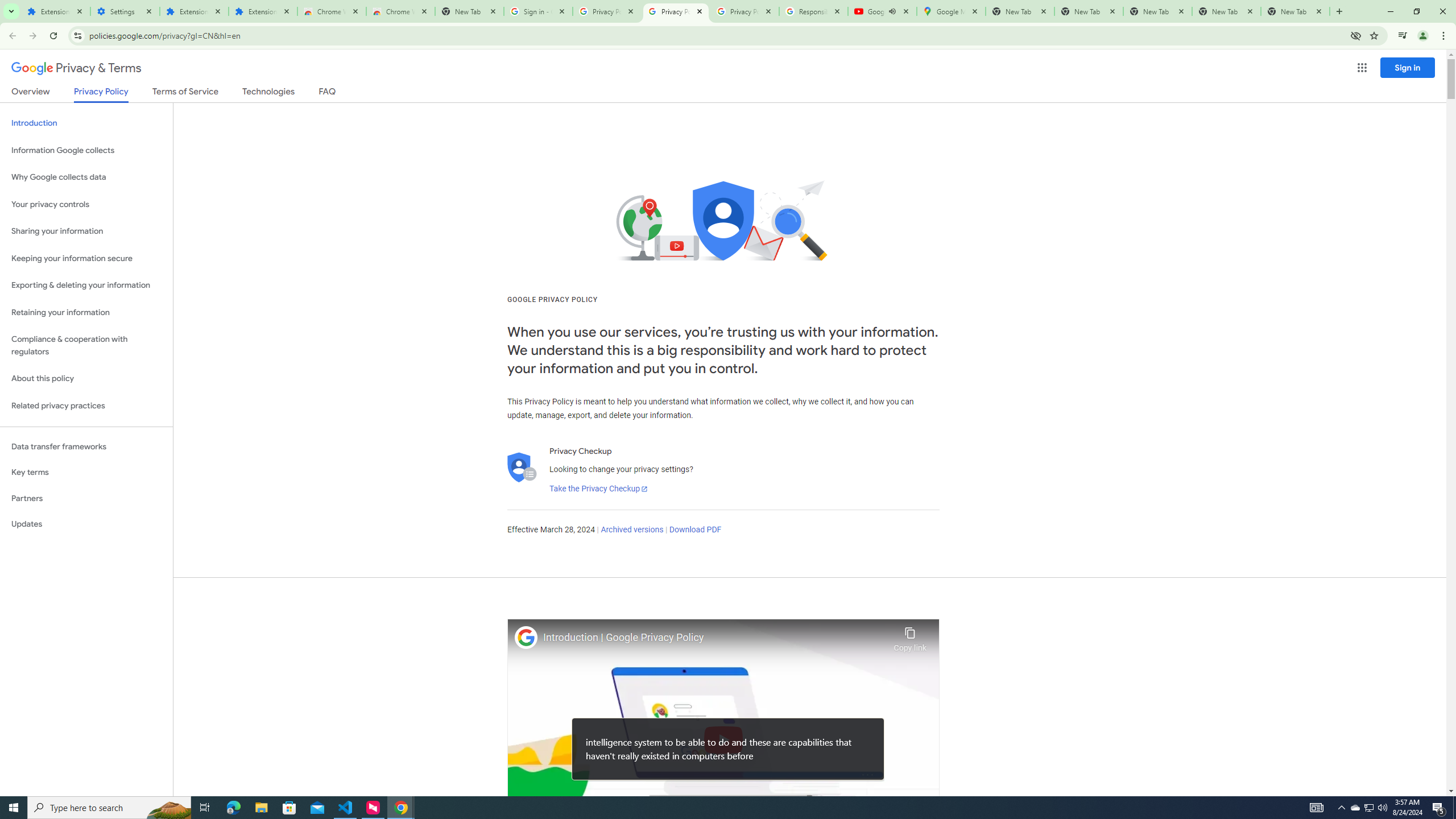 The width and height of the screenshot is (1456, 819). What do you see at coordinates (86, 122) in the screenshot?
I see `'Introduction'` at bounding box center [86, 122].